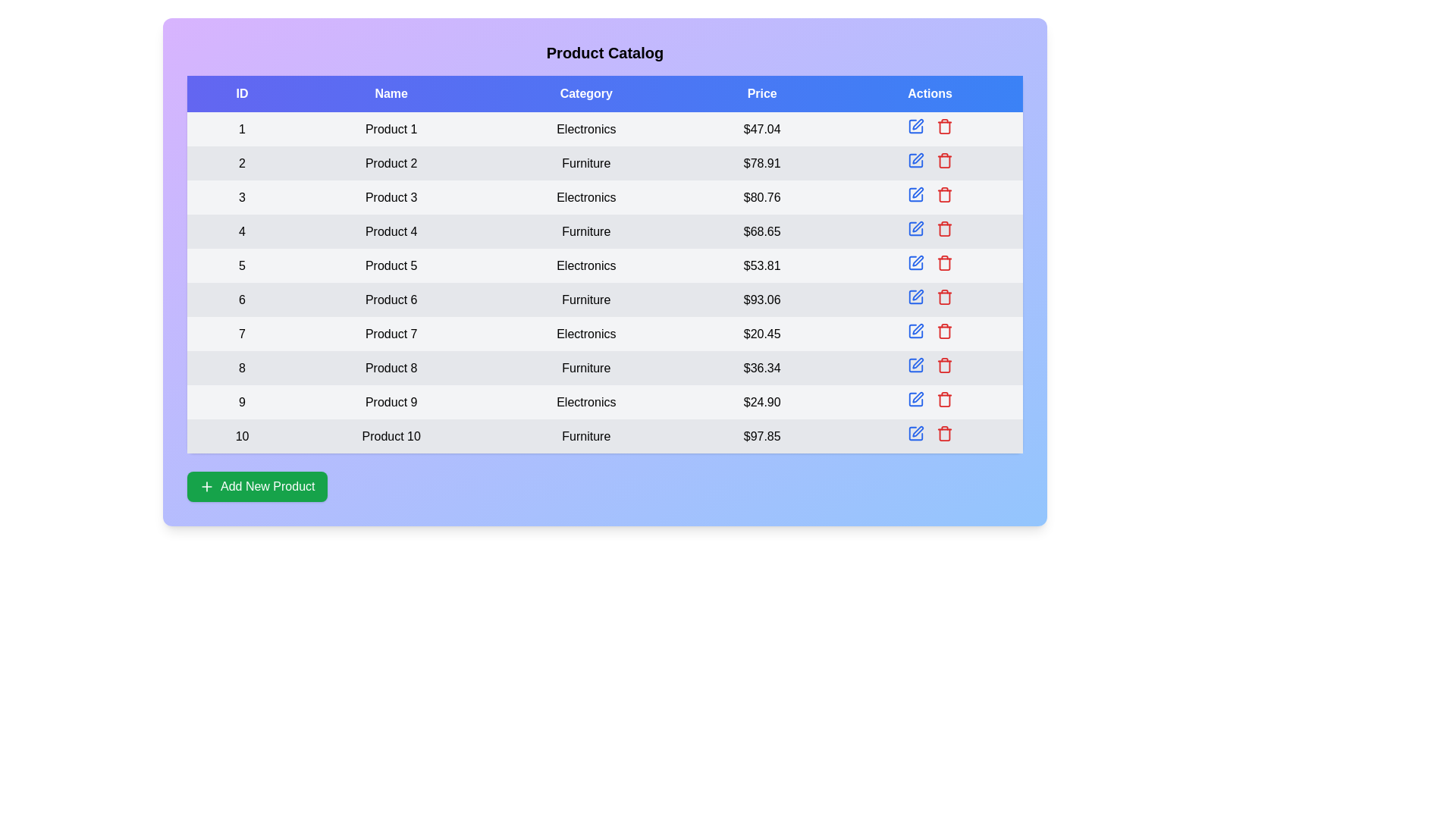 The height and width of the screenshot is (819, 1456). I want to click on the add button to observe visual changes, so click(257, 486).